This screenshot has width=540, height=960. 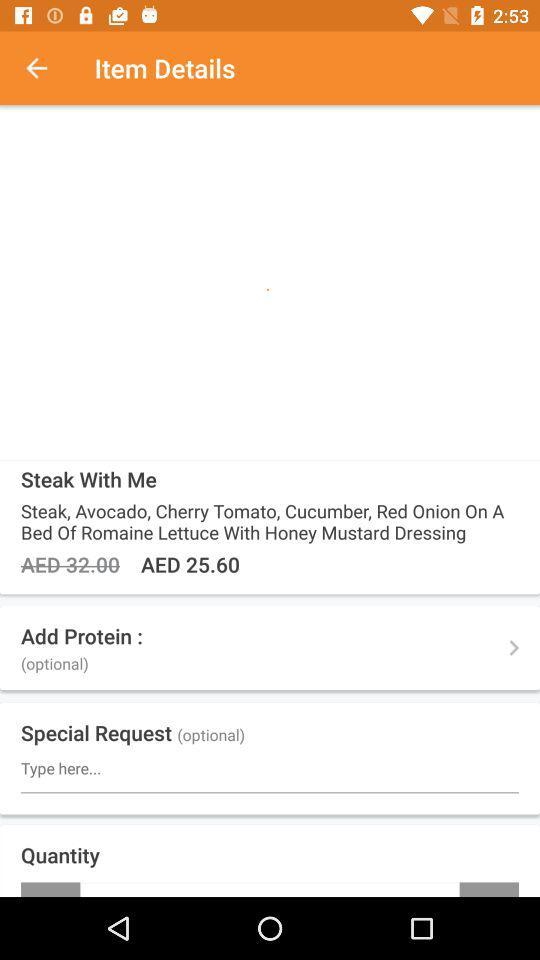 I want to click on go back, so click(x=47, y=68).